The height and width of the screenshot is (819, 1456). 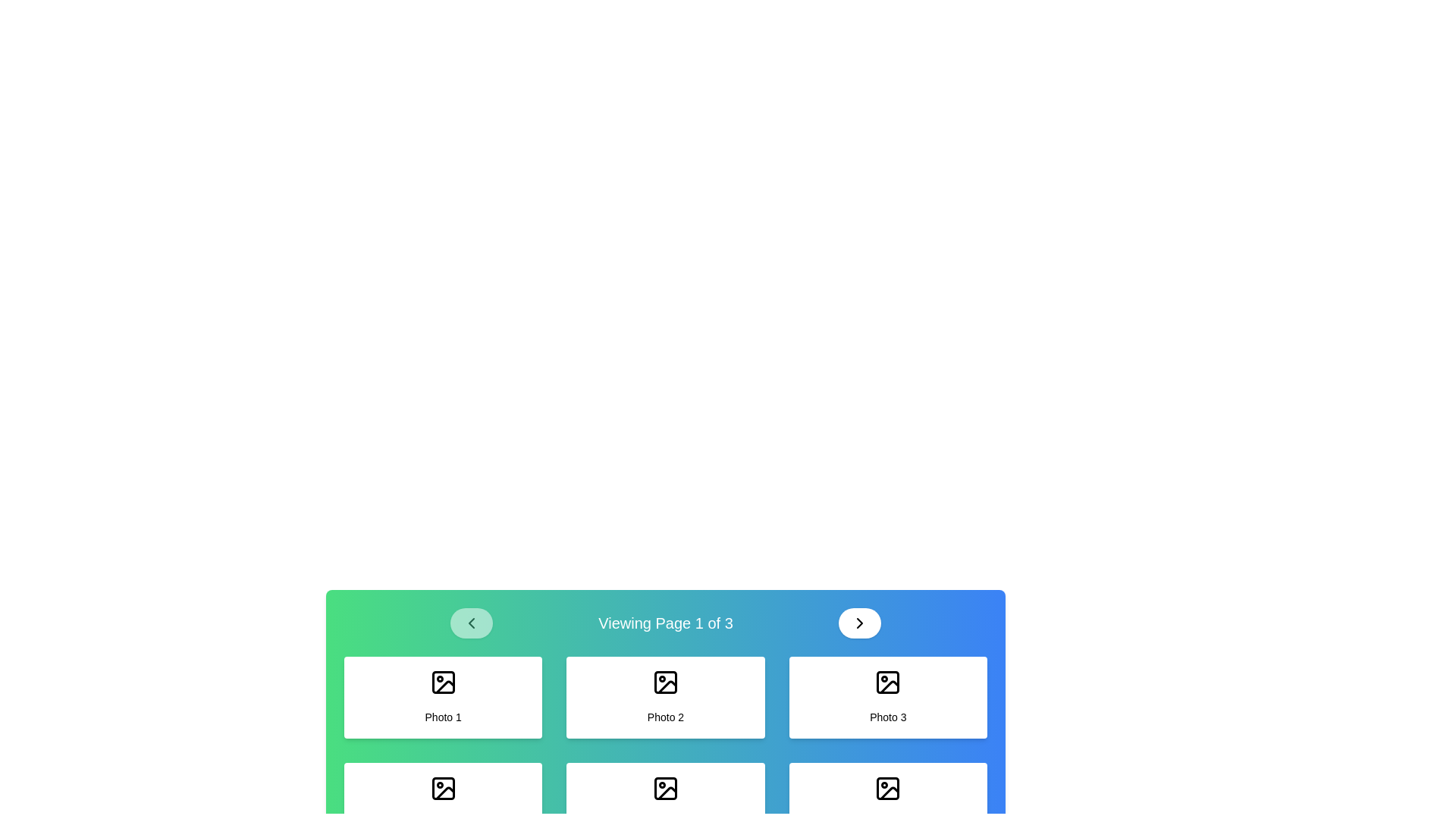 I want to click on the second card in the first row of the image gallery labeled 'Photo 2', so click(x=665, y=698).